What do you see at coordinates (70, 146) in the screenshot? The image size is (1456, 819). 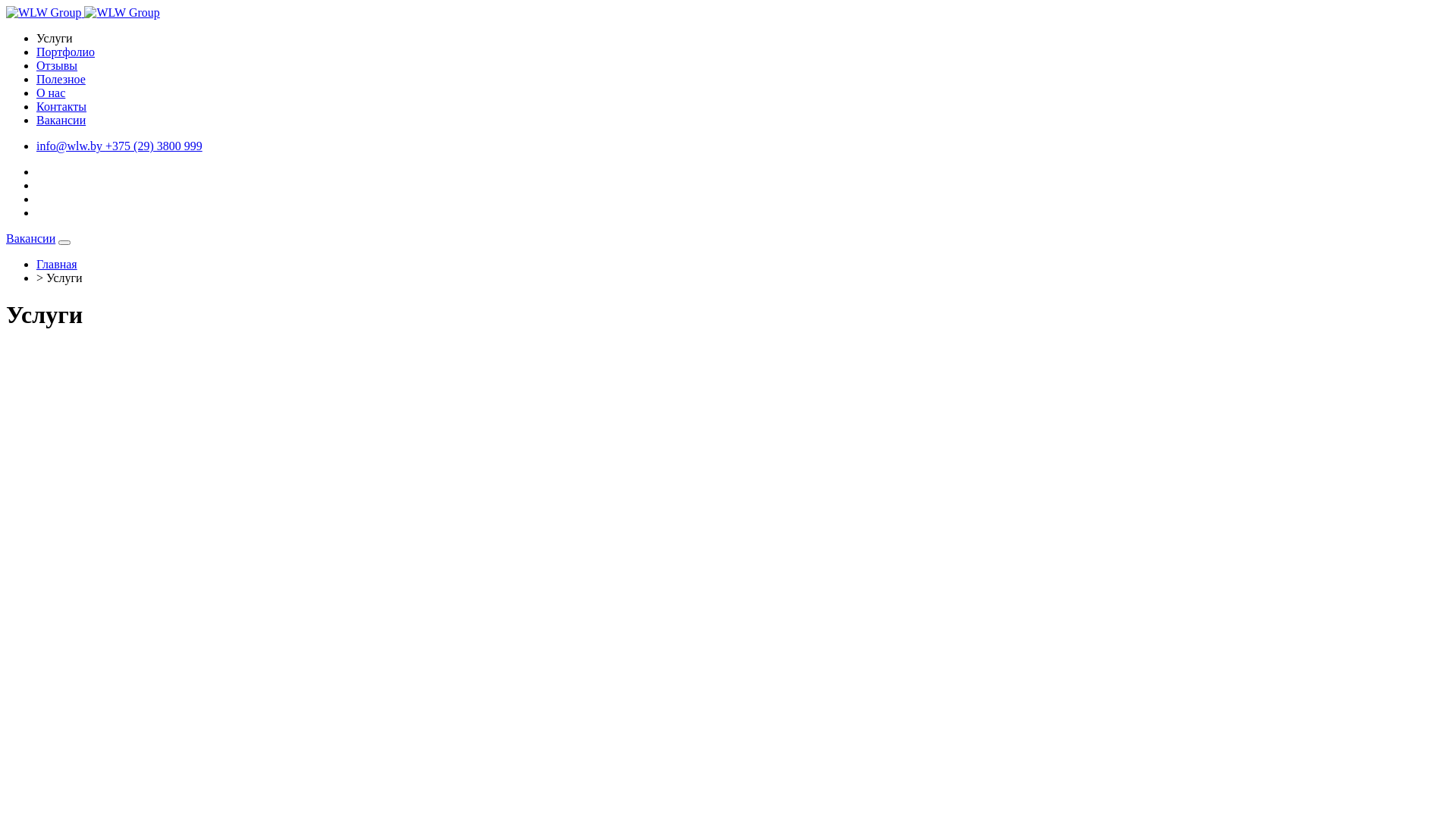 I see `'info@wlw.by'` at bounding box center [70, 146].